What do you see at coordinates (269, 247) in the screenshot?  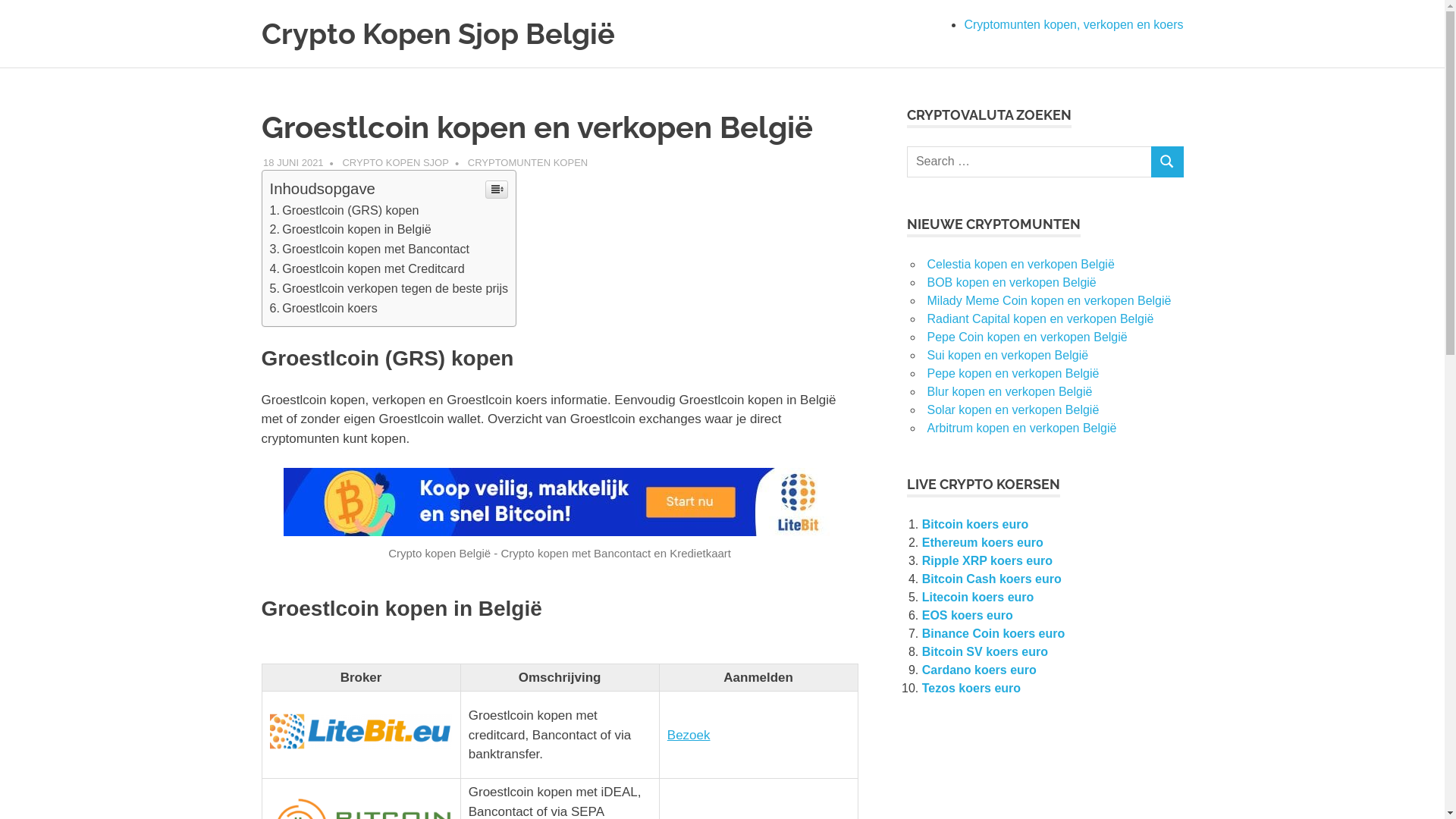 I see `'Groestlcoin kopen met Bancontact'` at bounding box center [269, 247].